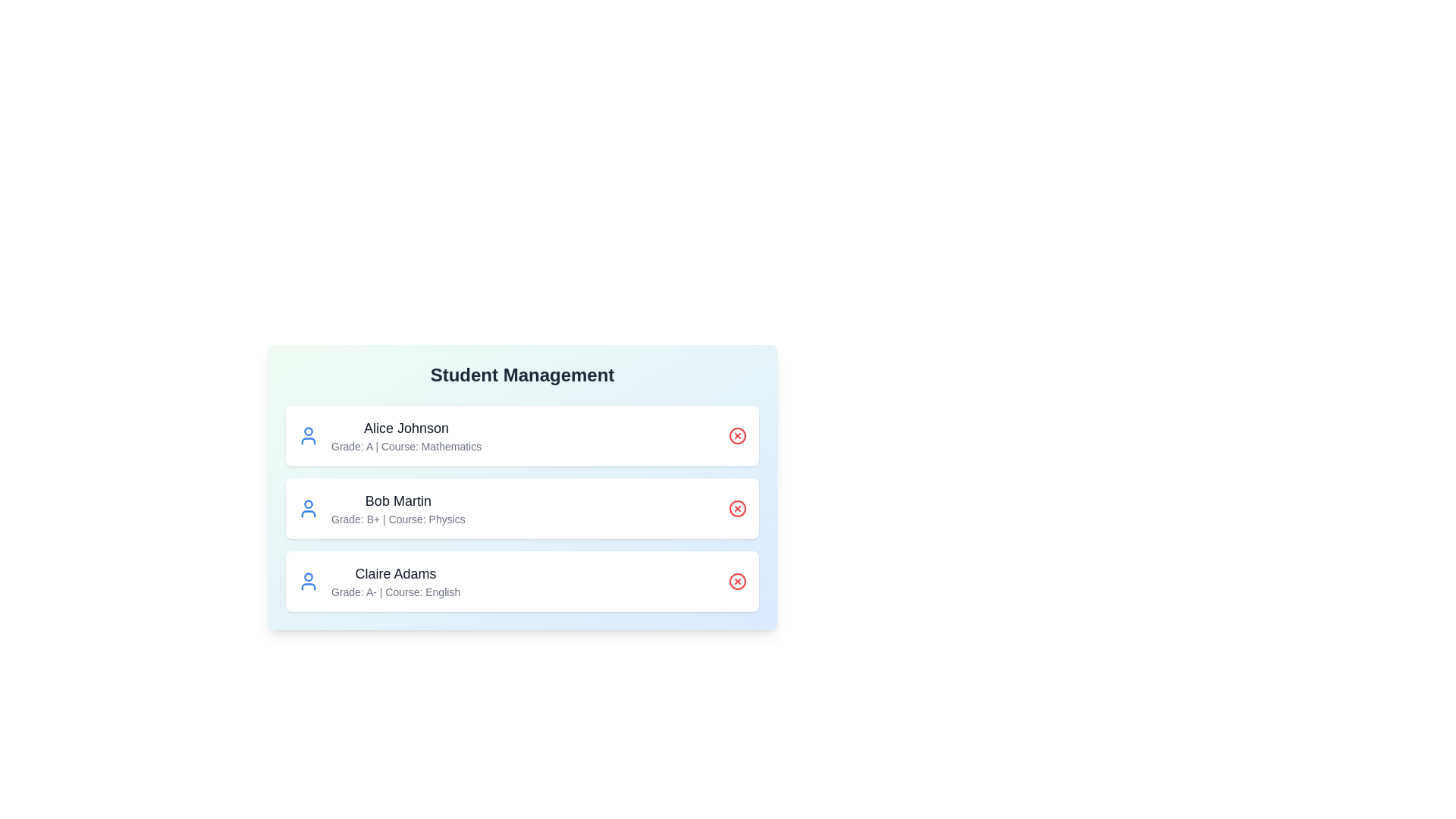 This screenshot has width=1456, height=819. I want to click on the user icon next to Alice Johnson to inspect it, so click(308, 435).